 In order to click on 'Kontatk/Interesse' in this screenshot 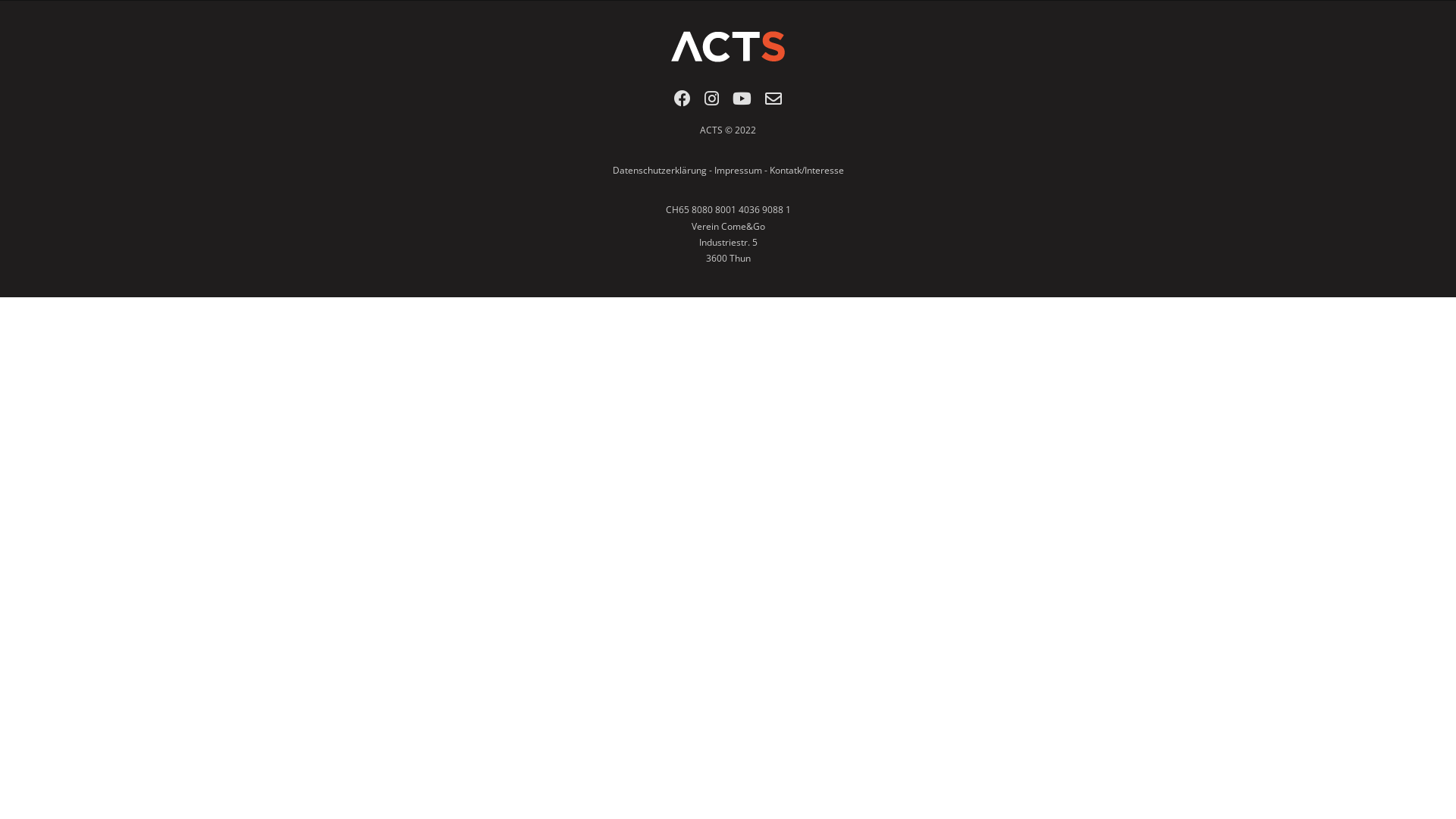, I will do `click(805, 170)`.